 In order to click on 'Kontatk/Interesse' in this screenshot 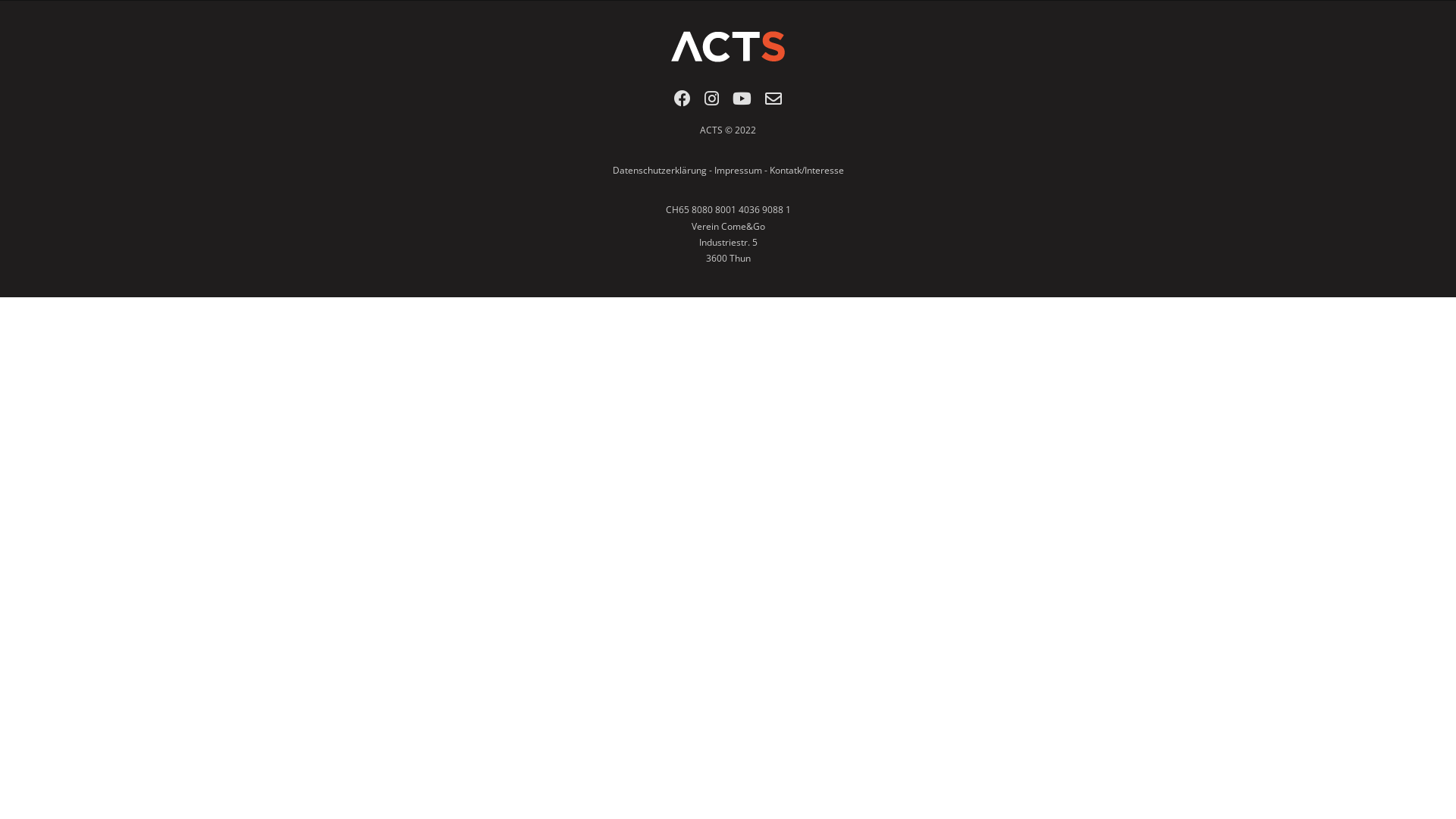, I will do `click(805, 170)`.